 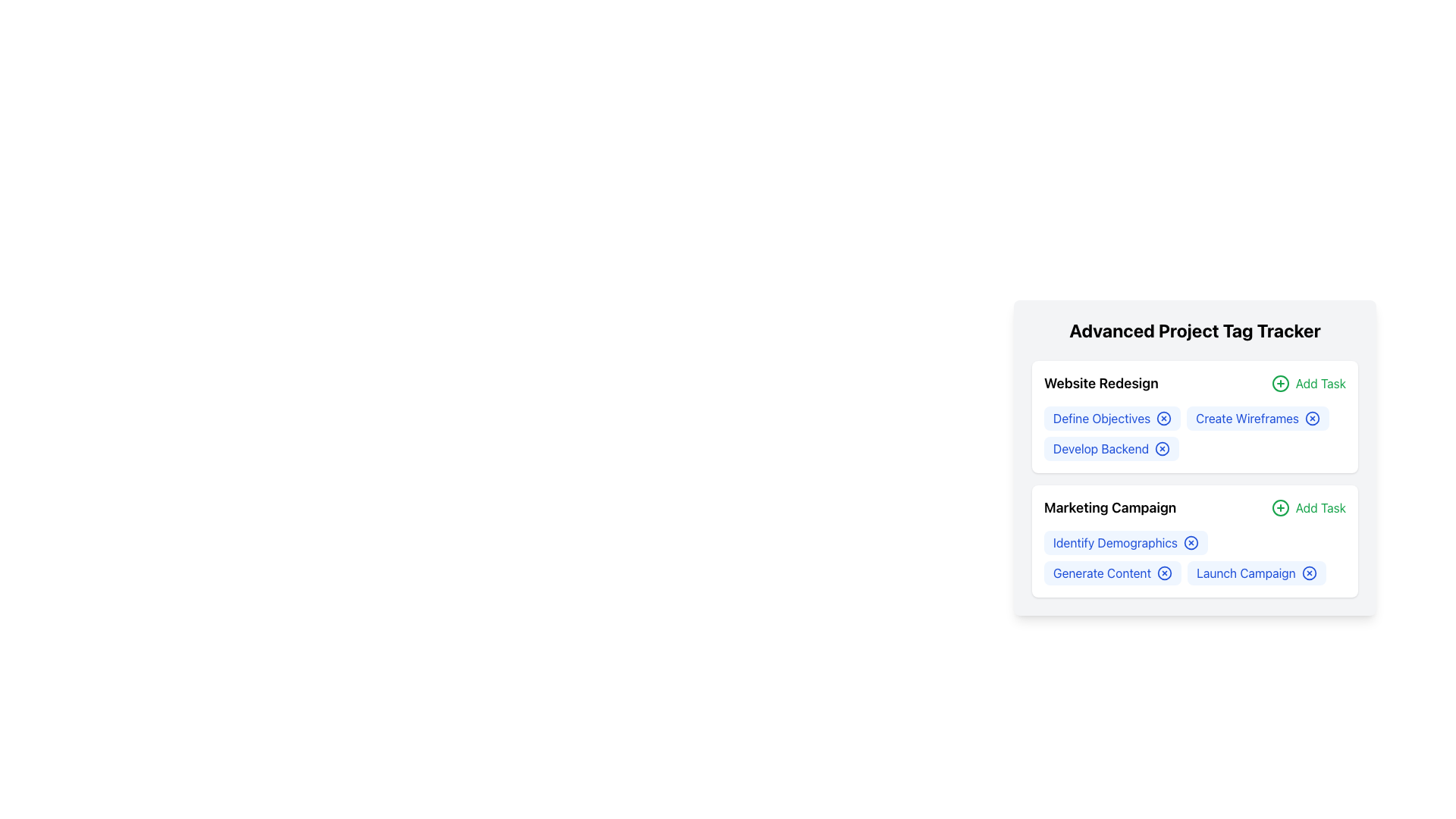 What do you see at coordinates (1191, 542) in the screenshot?
I see `the circular icon with a cross symbol inside it, located to the right of the 'Identify Demographics' text in the 'Marketing Campaign' section` at bounding box center [1191, 542].